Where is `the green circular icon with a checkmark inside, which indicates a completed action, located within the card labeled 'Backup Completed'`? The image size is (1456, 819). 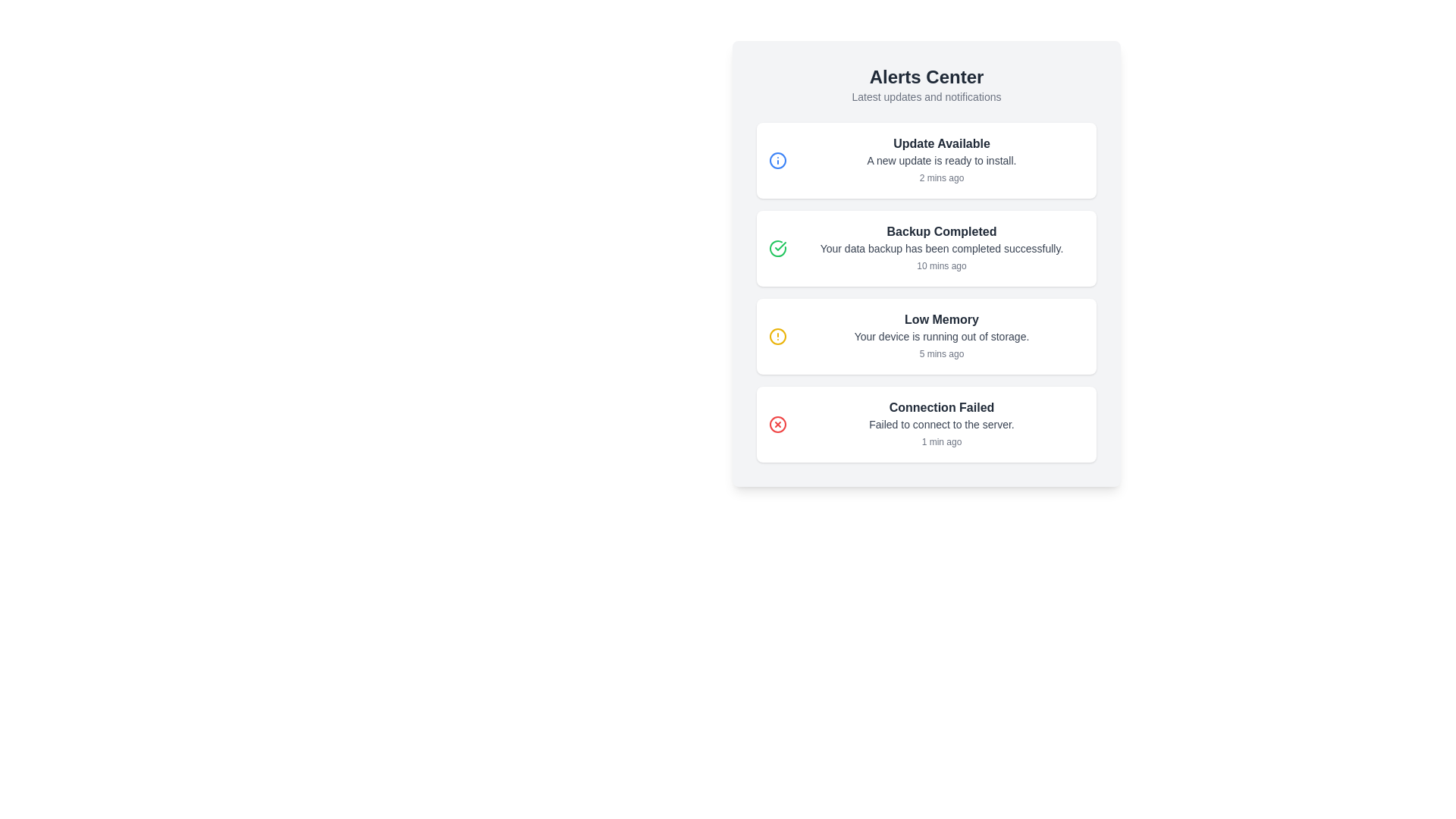
the green circular icon with a checkmark inside, which indicates a completed action, located within the card labeled 'Backup Completed' is located at coordinates (778, 247).